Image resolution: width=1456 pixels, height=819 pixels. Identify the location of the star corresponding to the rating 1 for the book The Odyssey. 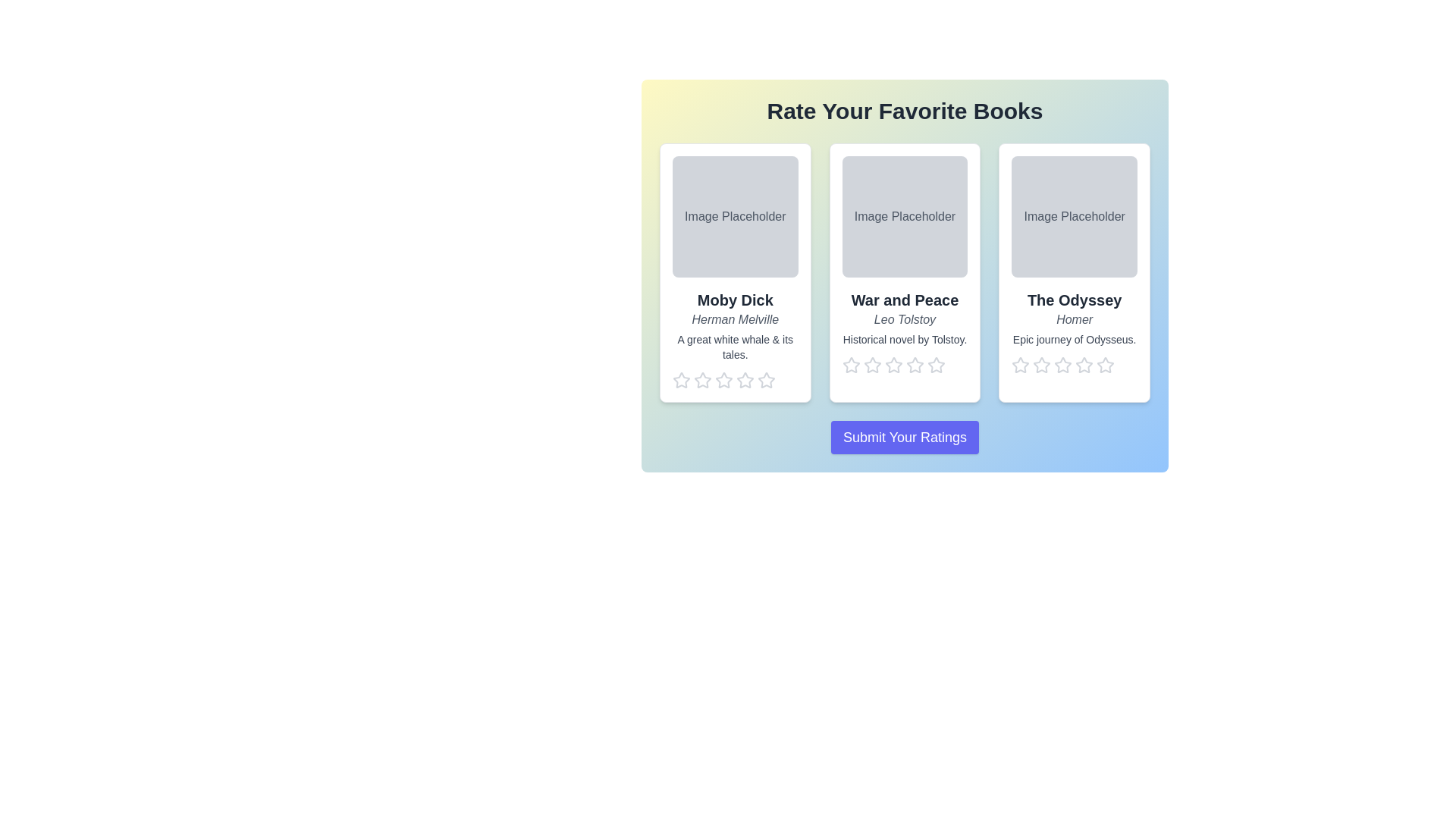
(1020, 366).